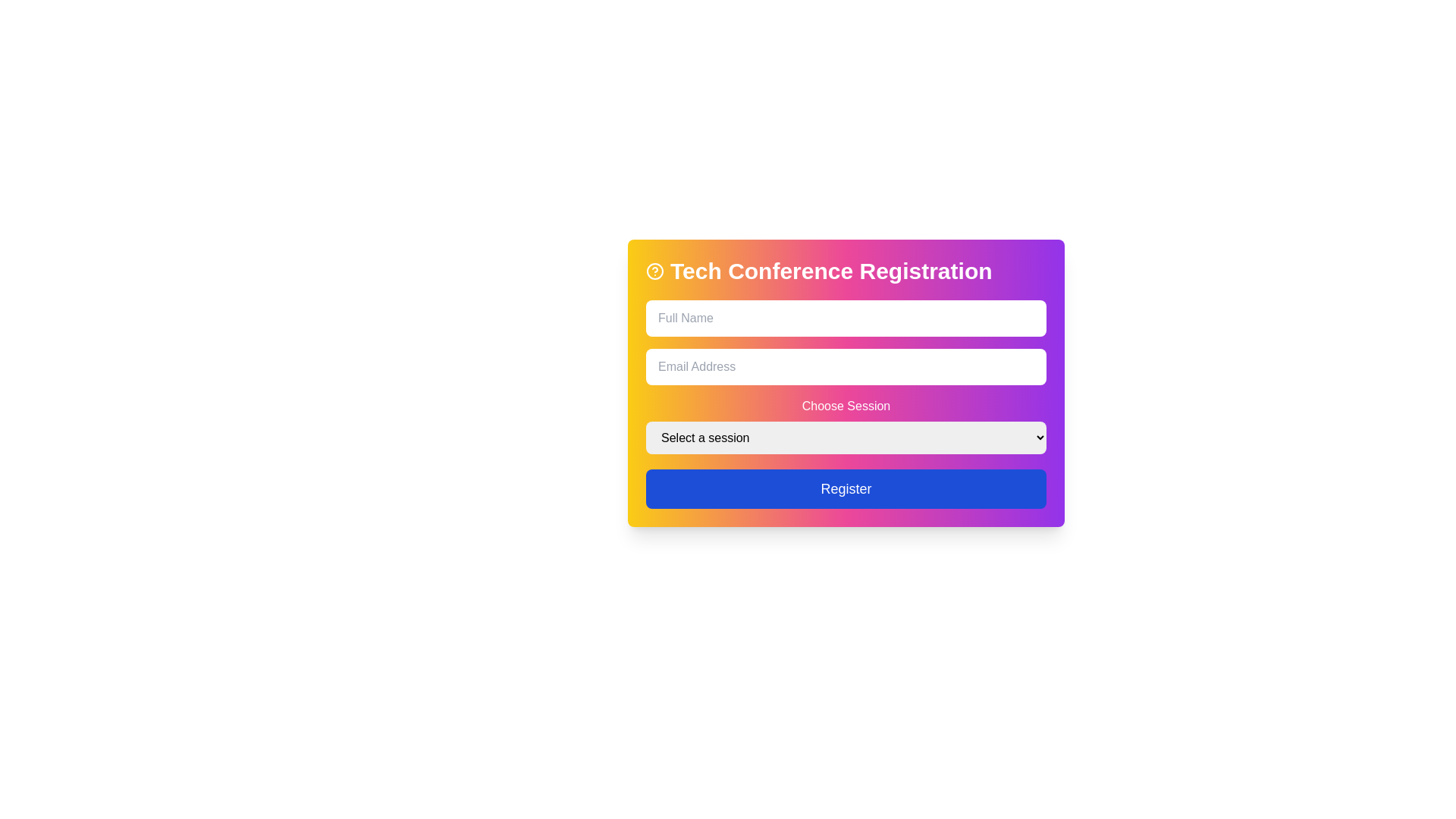  What do you see at coordinates (655, 271) in the screenshot?
I see `the circle element within the SVG that serves as a visual decoration for the 'Tech Conference Registration' title` at bounding box center [655, 271].